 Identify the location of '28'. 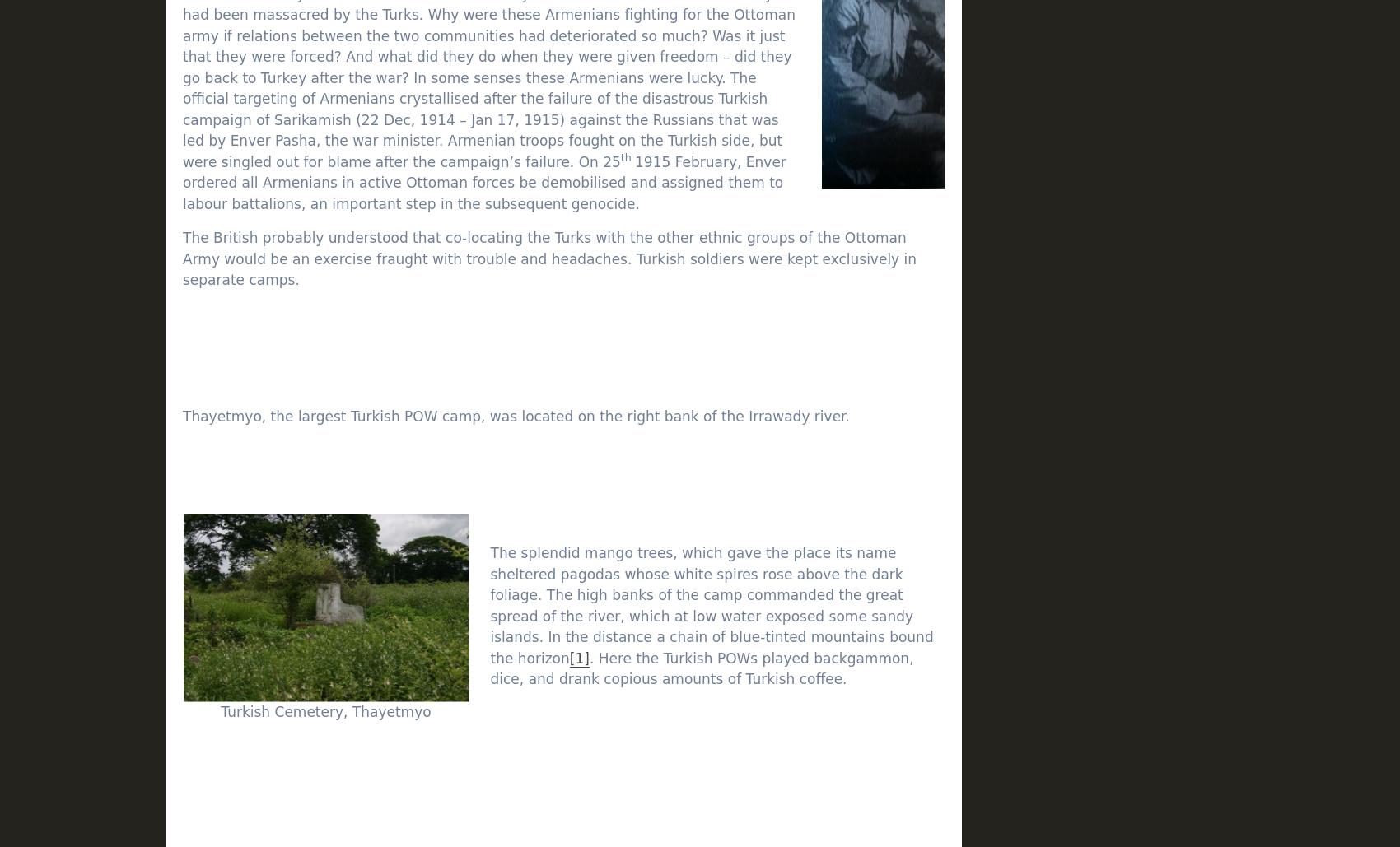
(1057, 696).